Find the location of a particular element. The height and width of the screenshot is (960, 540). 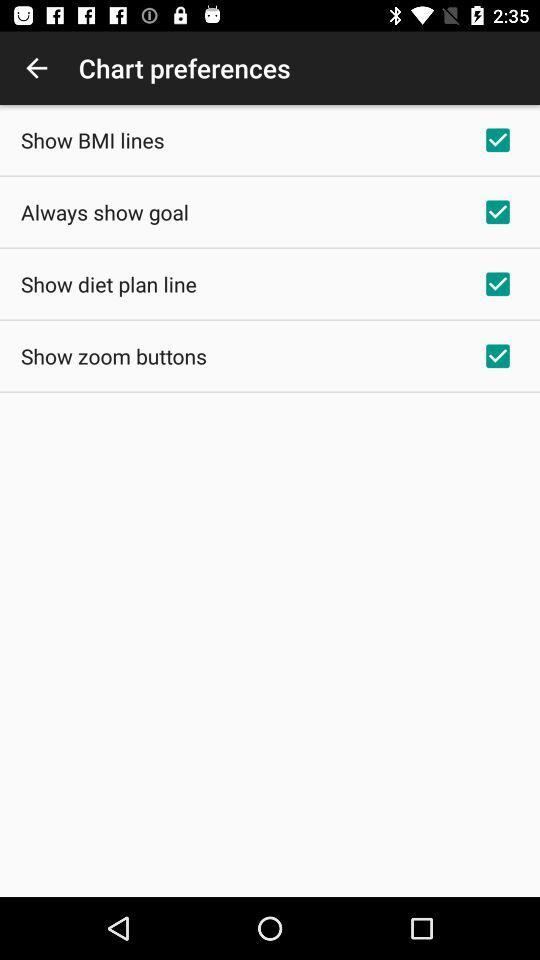

icon above the always show goal app is located at coordinates (91, 139).